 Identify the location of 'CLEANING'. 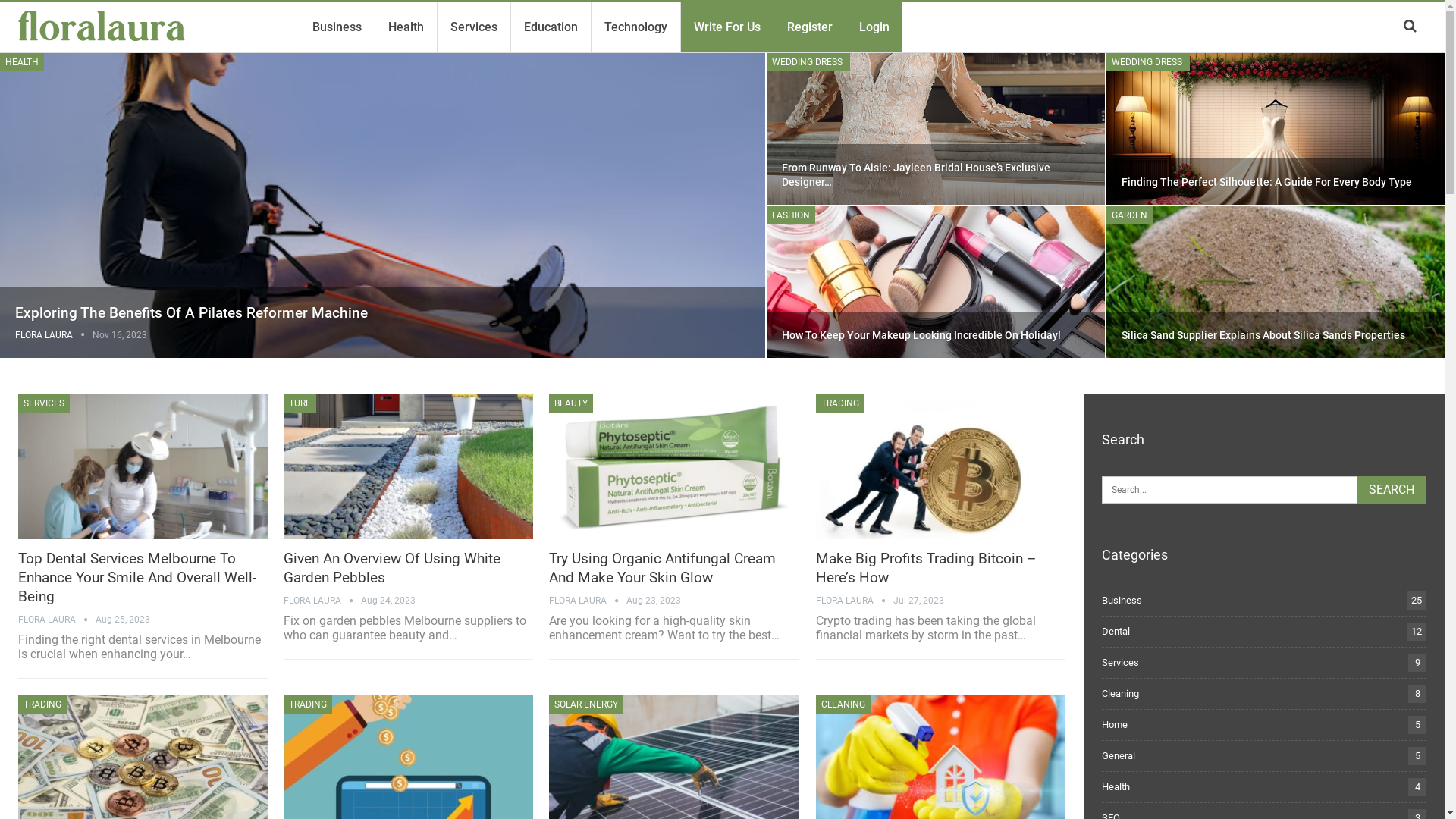
(814, 704).